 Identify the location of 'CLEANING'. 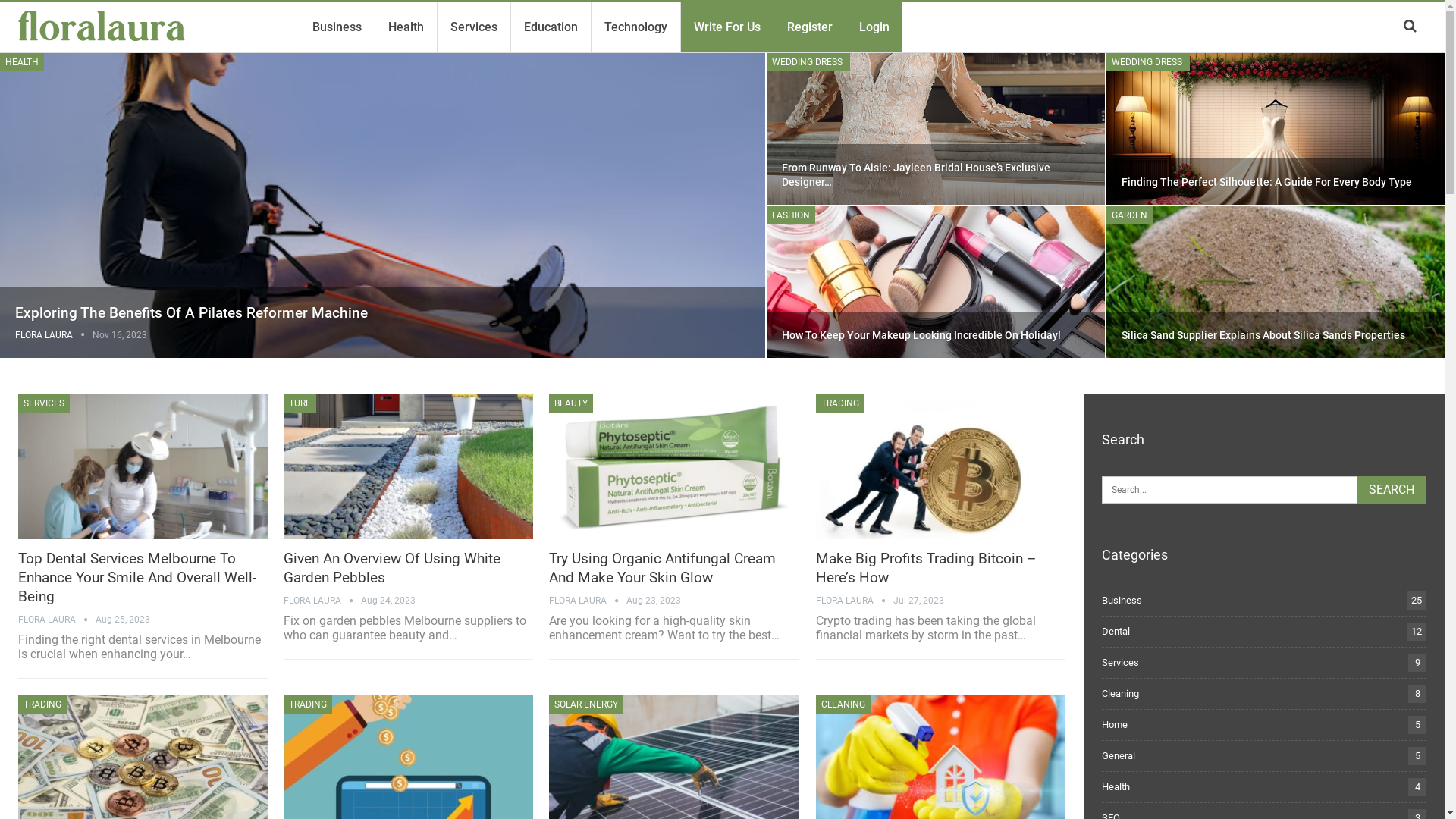
(814, 704).